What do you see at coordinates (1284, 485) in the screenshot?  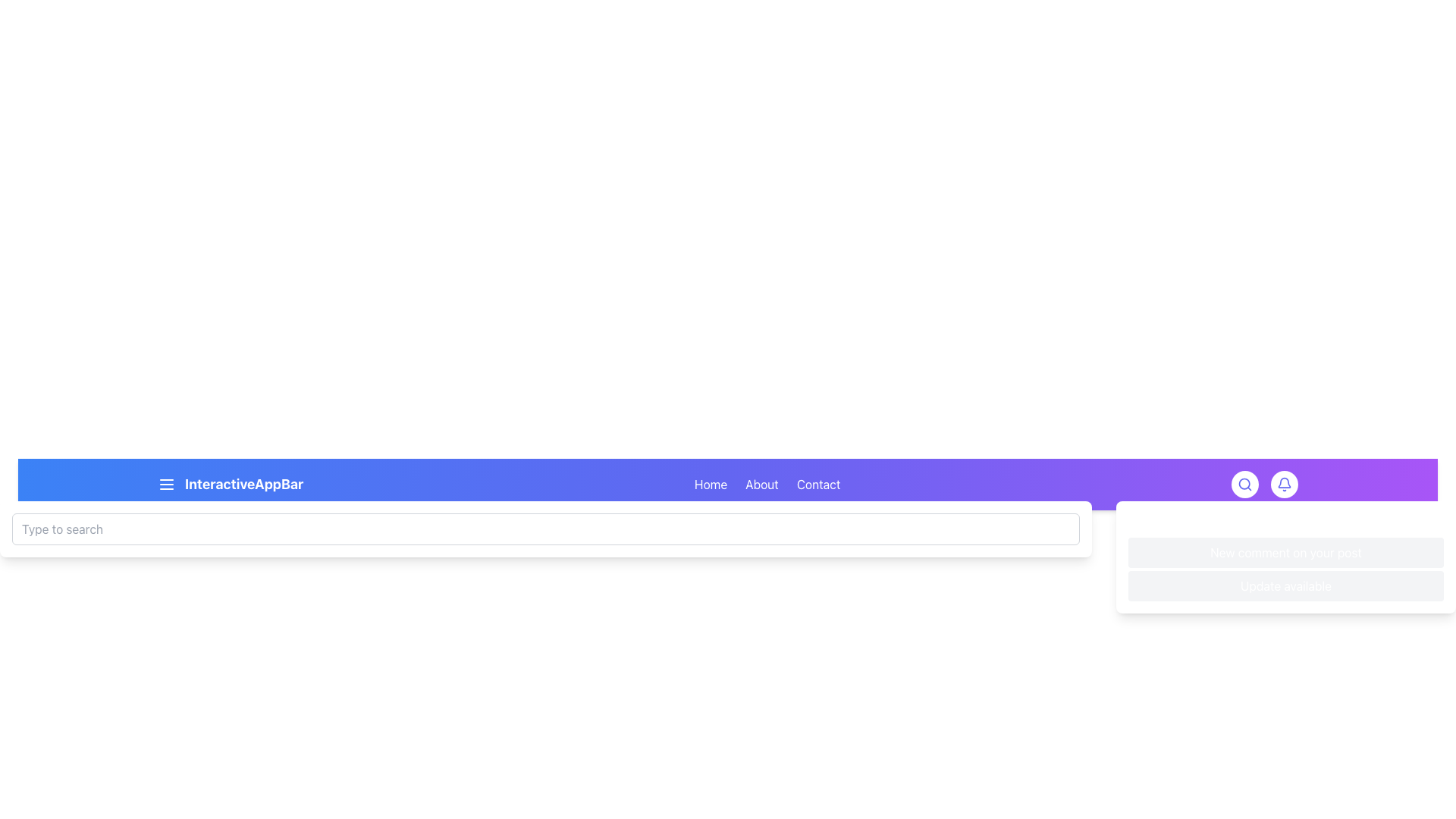 I see `the bell icon button with a white background and indigo-colored bell icon located at the top-right corner of the navigation bar` at bounding box center [1284, 485].